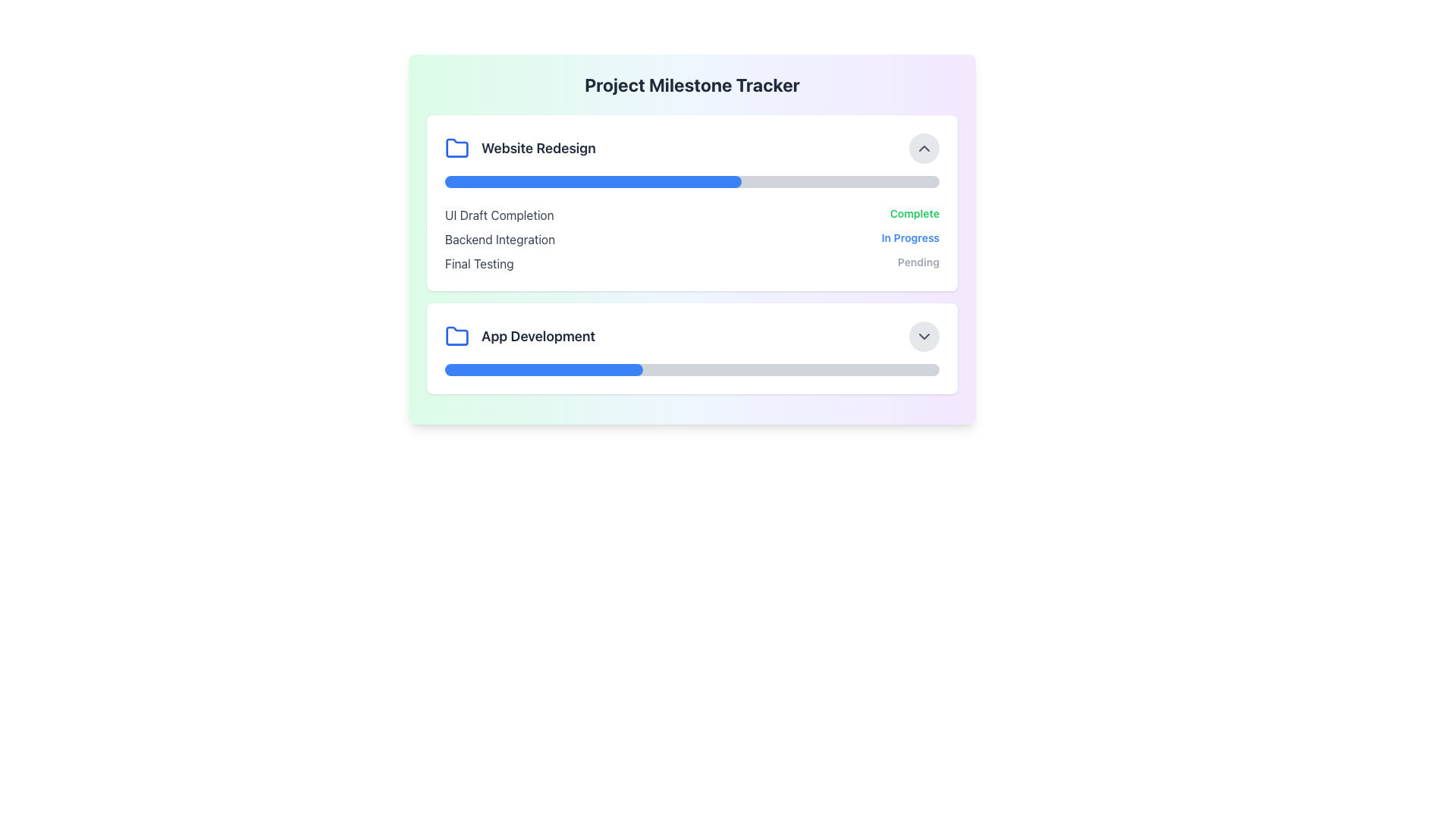  Describe the element at coordinates (544, 370) in the screenshot. I see `the blue filled portion of the progress bar under the 'App Development' section in the 'Project Milestone Tracker' interface` at that location.